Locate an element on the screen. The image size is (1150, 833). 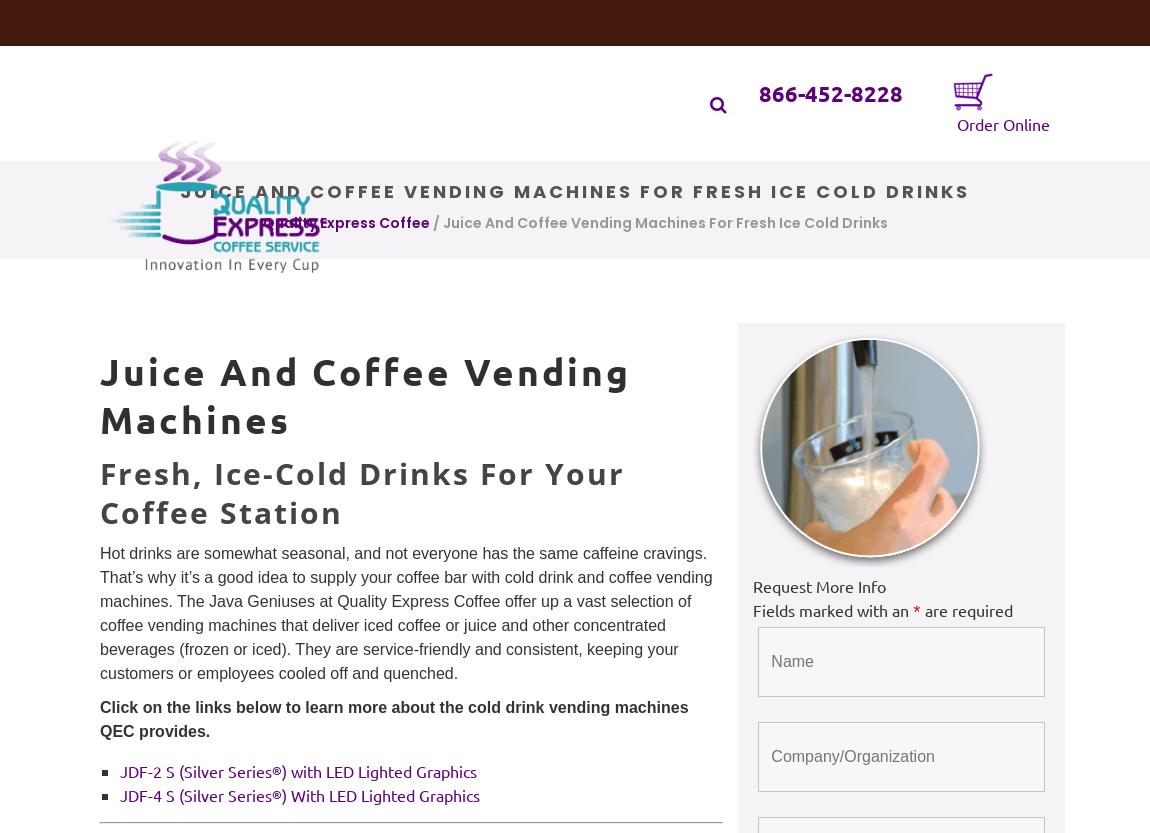
'*' is located at coordinates (917, 610).